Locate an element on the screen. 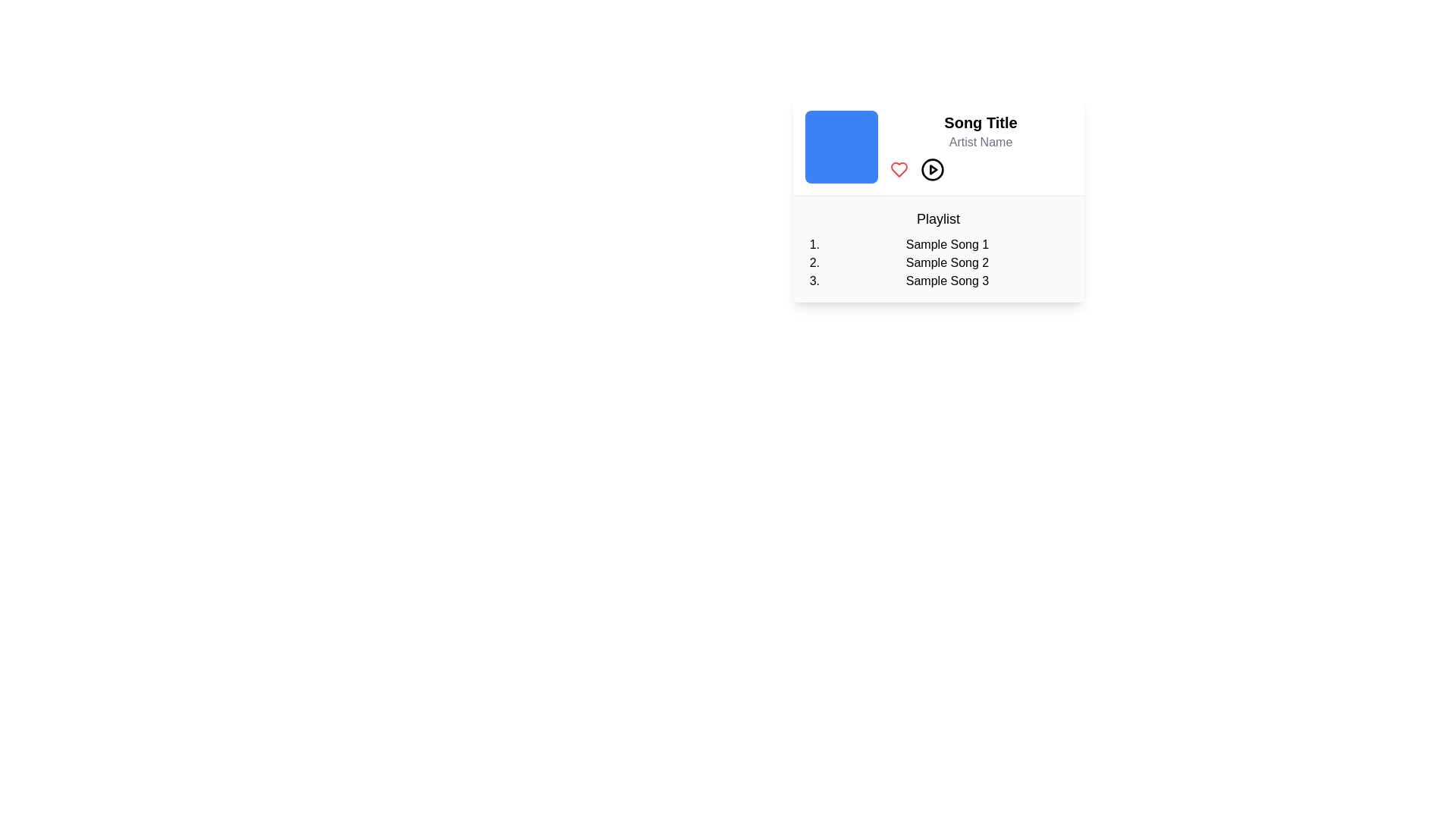 The height and width of the screenshot is (819, 1456). the circular play button with a triangular play icon, located in the row of interactive icons underneath the 'Song Title' and 'Artist Name', to play the related media is located at coordinates (931, 169).